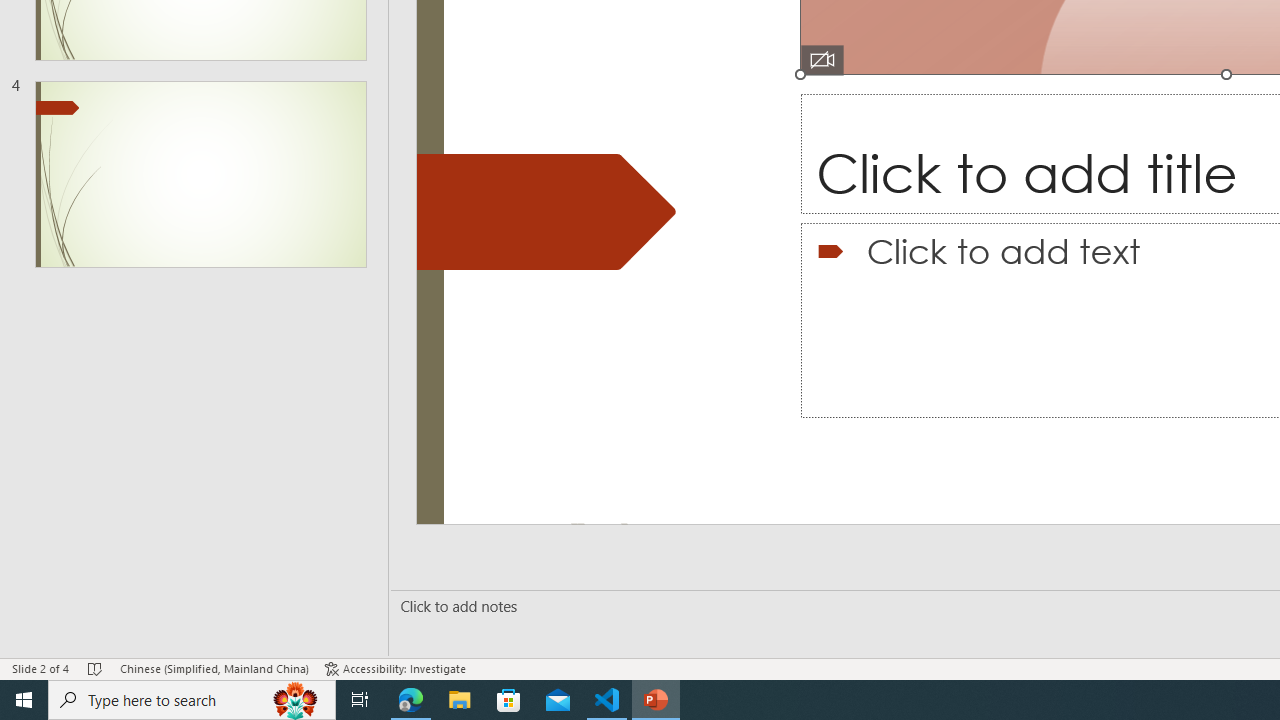  What do you see at coordinates (546, 212) in the screenshot?
I see `'Decorative Locked'` at bounding box center [546, 212].